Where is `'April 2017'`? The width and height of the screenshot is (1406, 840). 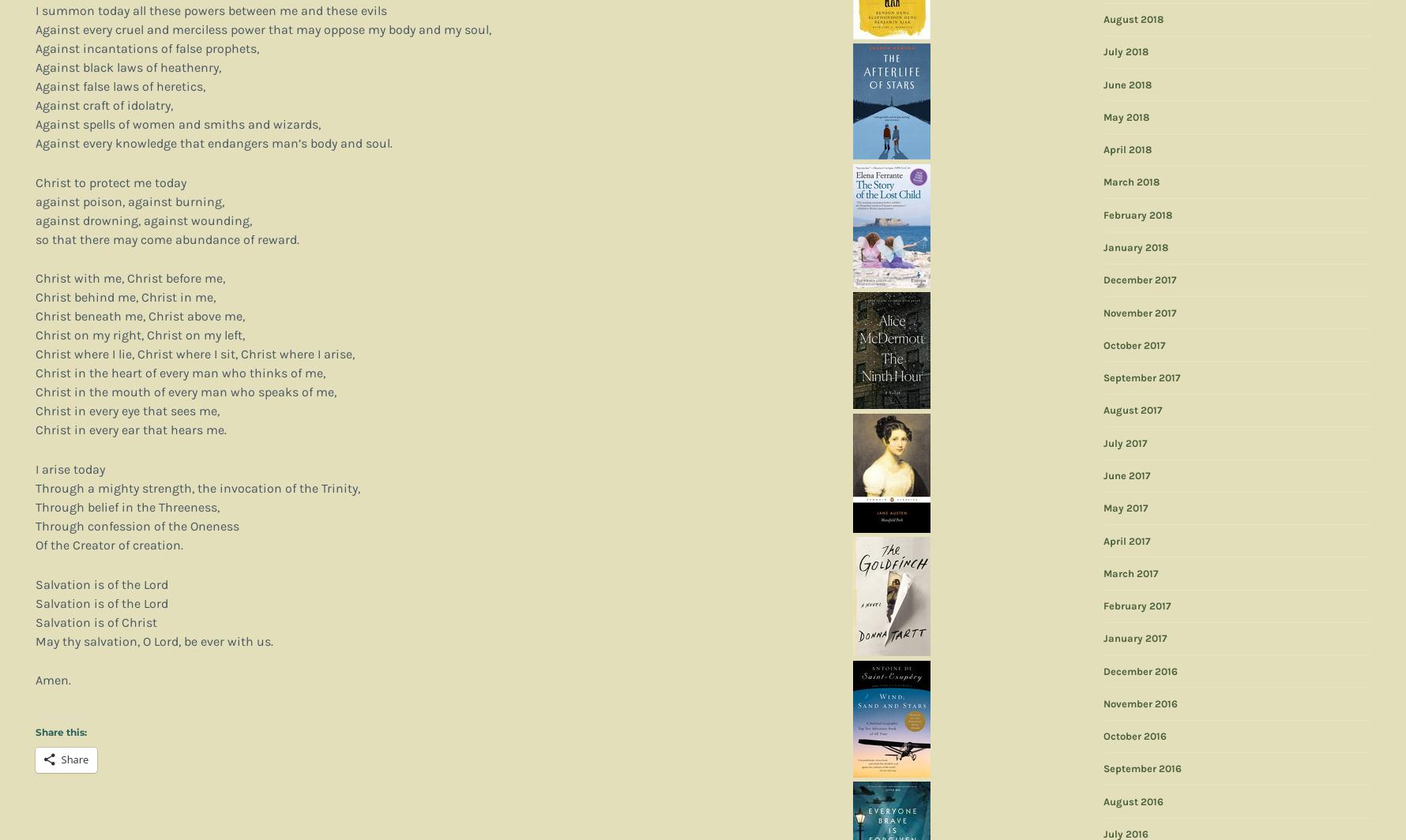
'April 2017' is located at coordinates (1103, 540).